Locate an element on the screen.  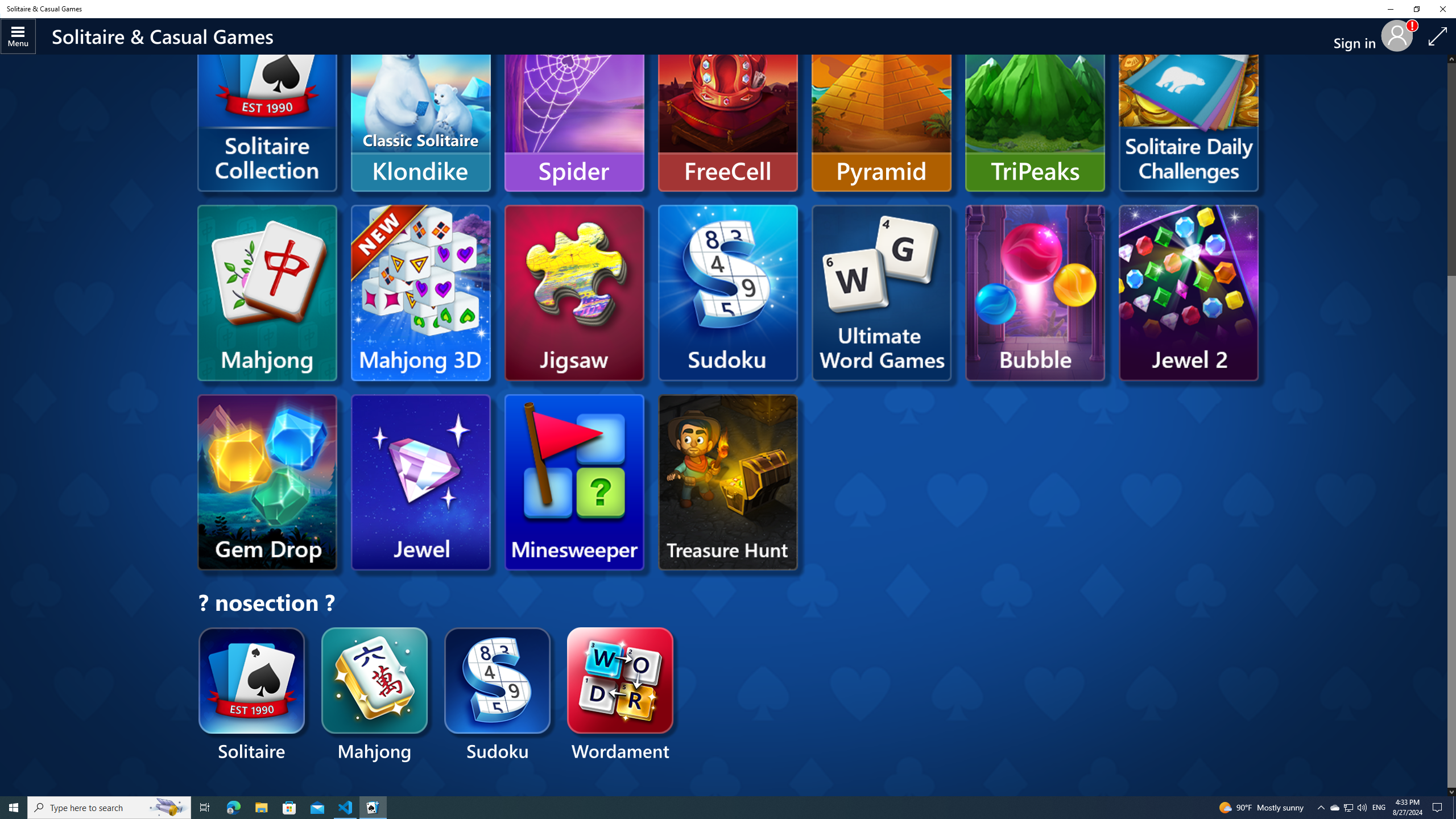
'Microsoft Bubble' is located at coordinates (1035, 292).